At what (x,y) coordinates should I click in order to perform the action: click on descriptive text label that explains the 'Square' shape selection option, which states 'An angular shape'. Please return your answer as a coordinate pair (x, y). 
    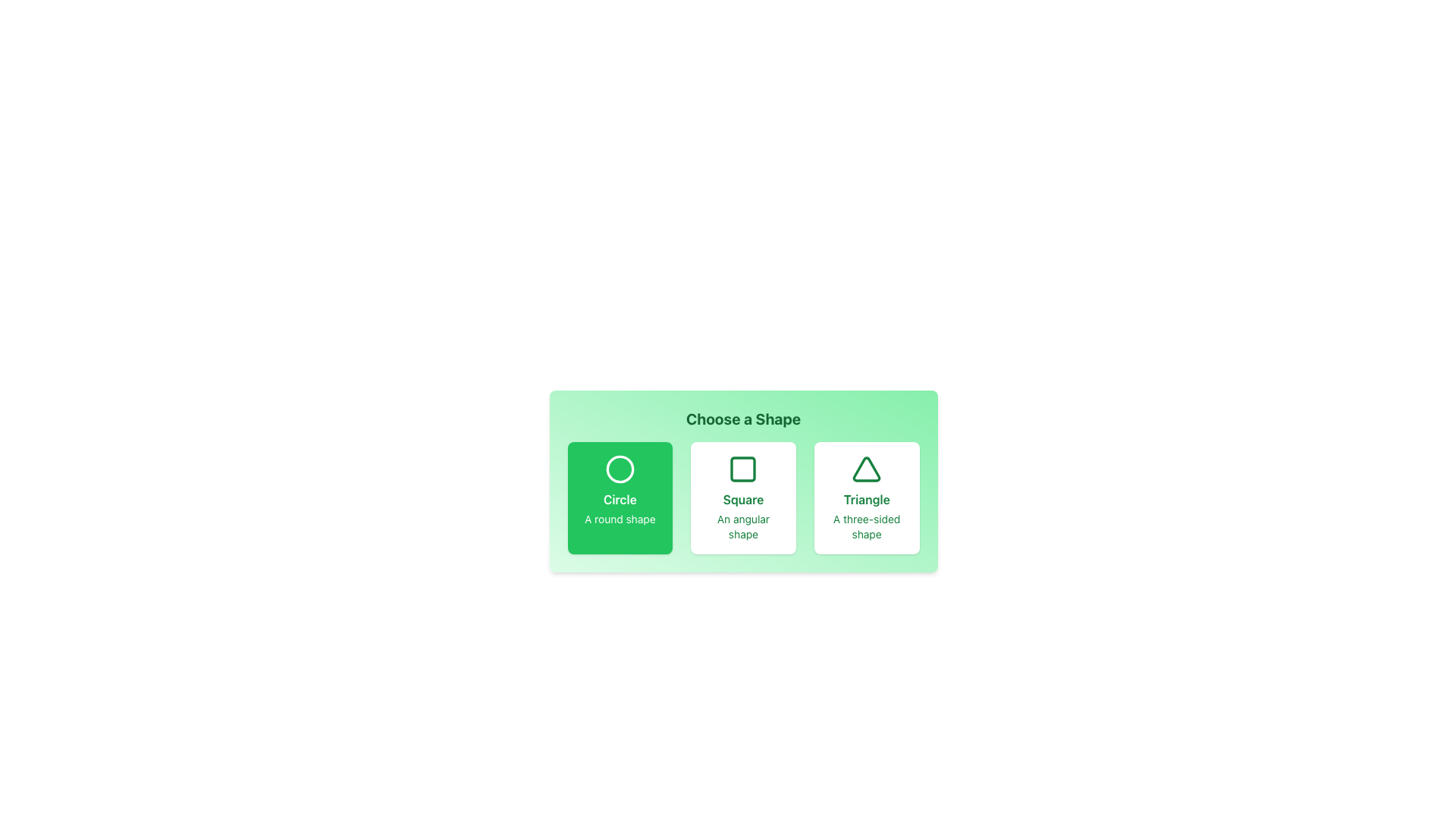
    Looking at the image, I should click on (743, 526).